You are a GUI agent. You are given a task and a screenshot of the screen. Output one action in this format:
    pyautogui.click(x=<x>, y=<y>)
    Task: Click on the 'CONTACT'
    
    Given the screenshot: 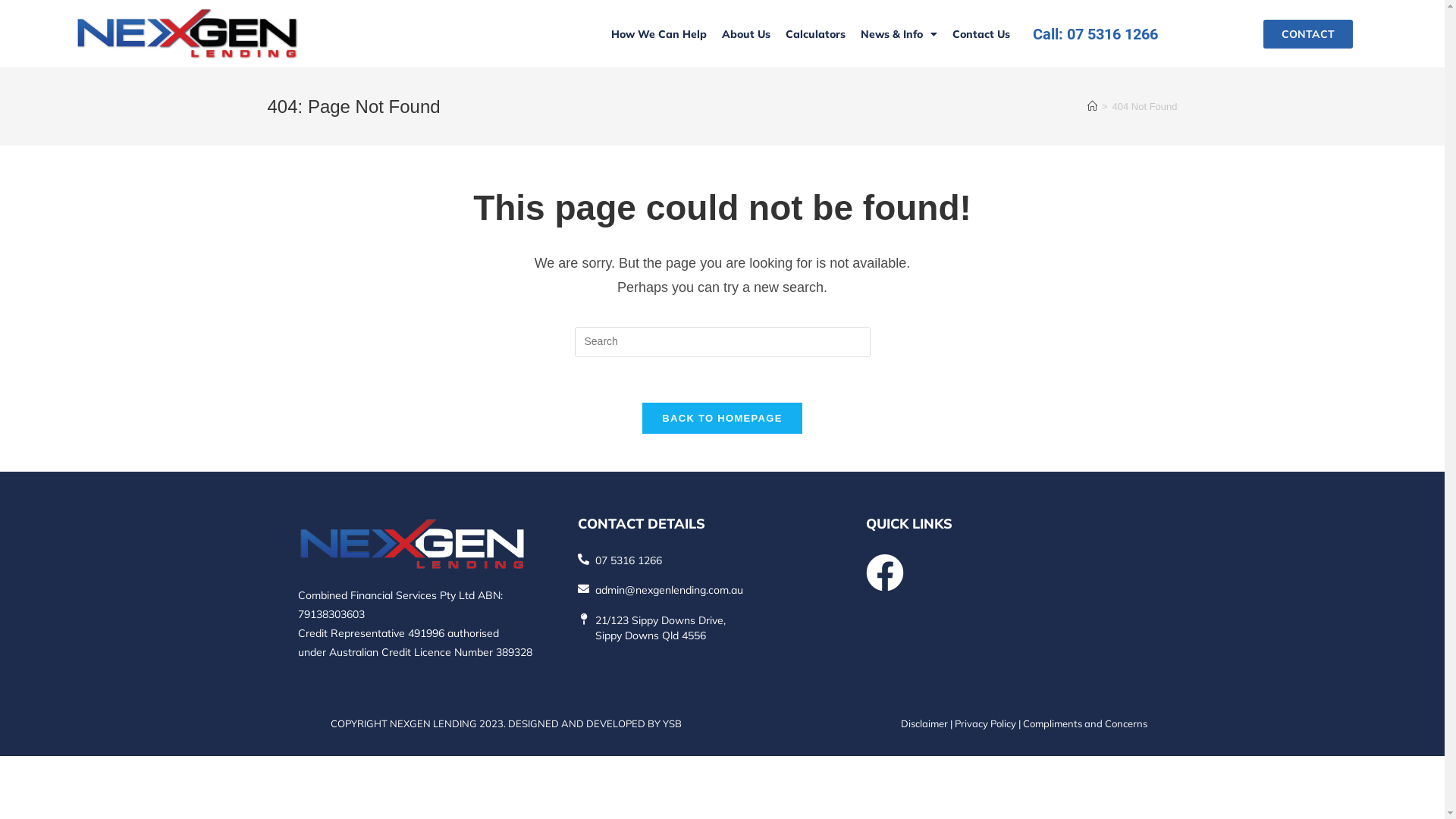 What is the action you would take?
    pyautogui.click(x=1263, y=34)
    